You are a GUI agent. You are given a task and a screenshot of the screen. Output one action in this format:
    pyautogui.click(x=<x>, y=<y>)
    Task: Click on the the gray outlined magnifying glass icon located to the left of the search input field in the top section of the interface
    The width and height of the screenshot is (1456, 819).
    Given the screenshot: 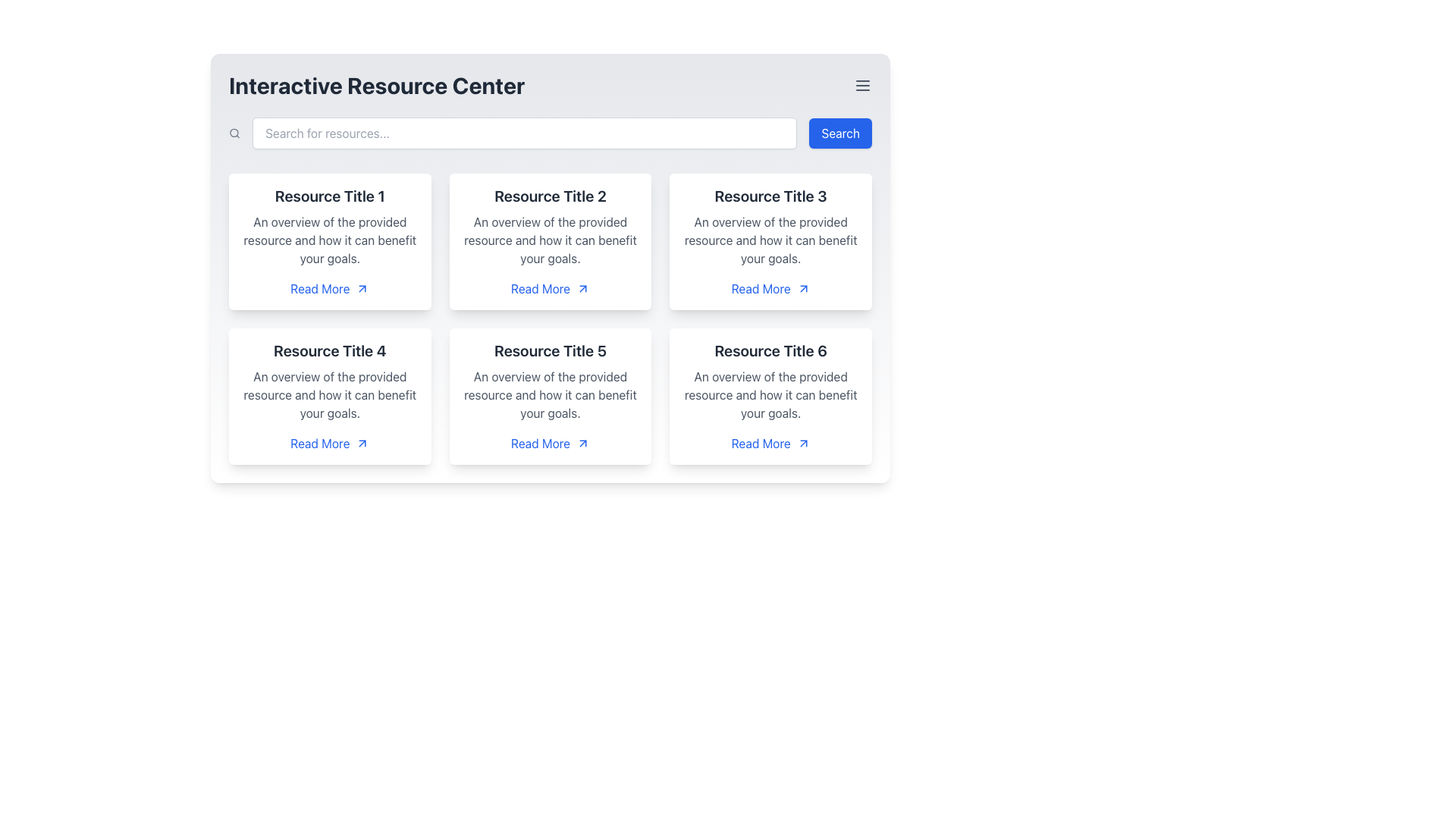 What is the action you would take?
    pyautogui.click(x=234, y=133)
    